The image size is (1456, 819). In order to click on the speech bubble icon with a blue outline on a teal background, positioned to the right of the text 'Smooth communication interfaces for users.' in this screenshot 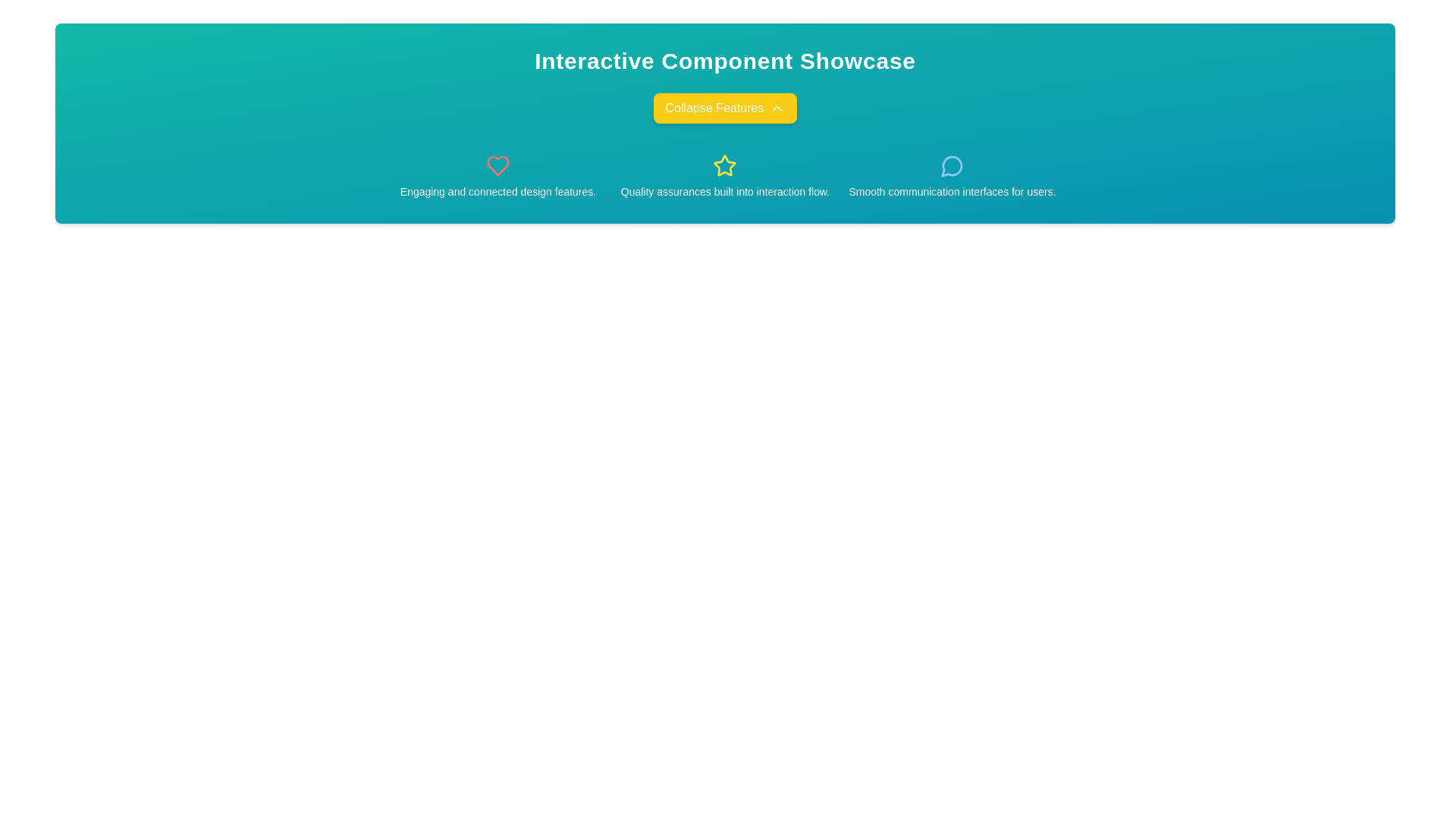, I will do `click(952, 166)`.